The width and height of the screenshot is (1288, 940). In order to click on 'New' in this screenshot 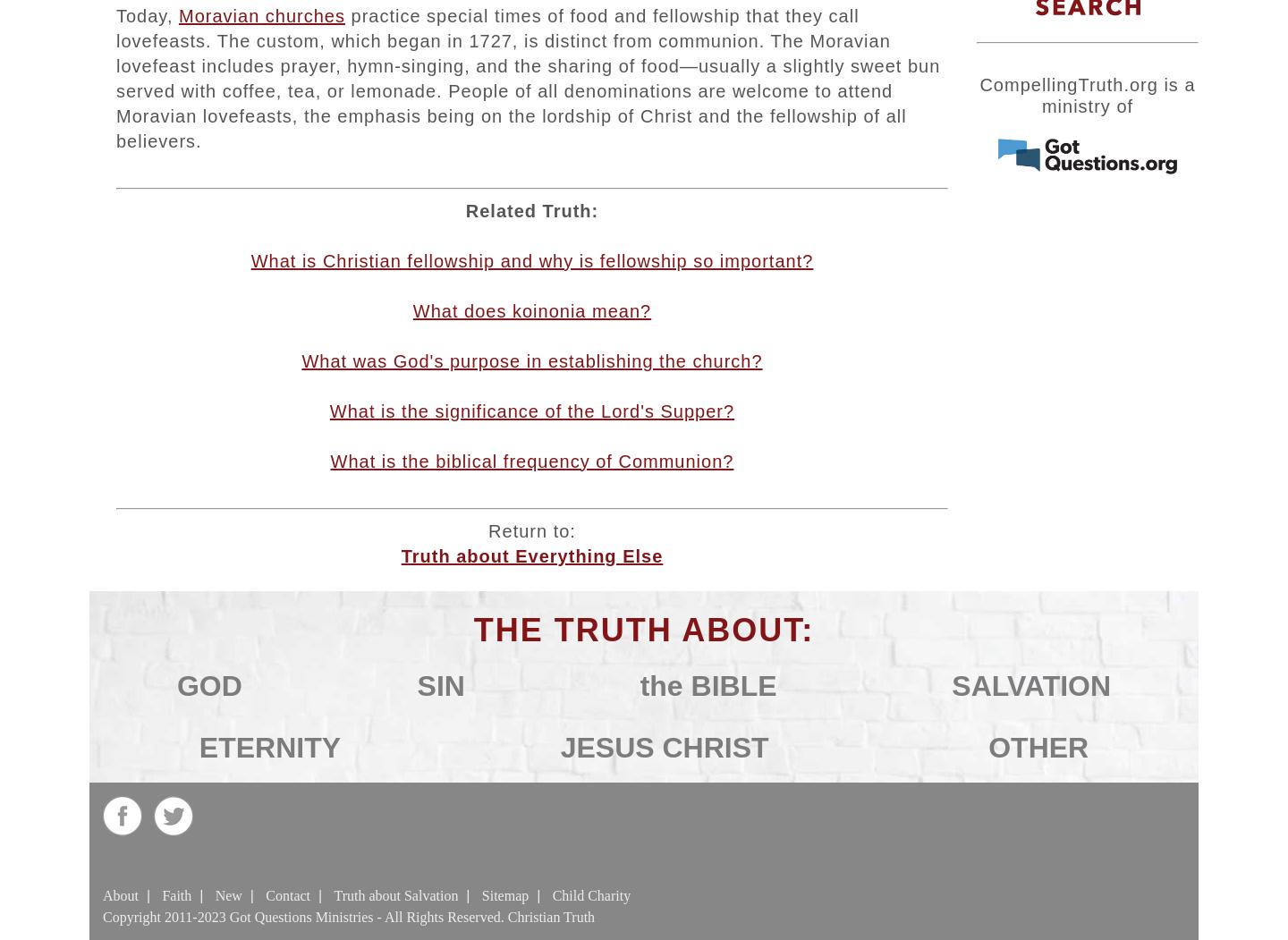, I will do `click(227, 894)`.